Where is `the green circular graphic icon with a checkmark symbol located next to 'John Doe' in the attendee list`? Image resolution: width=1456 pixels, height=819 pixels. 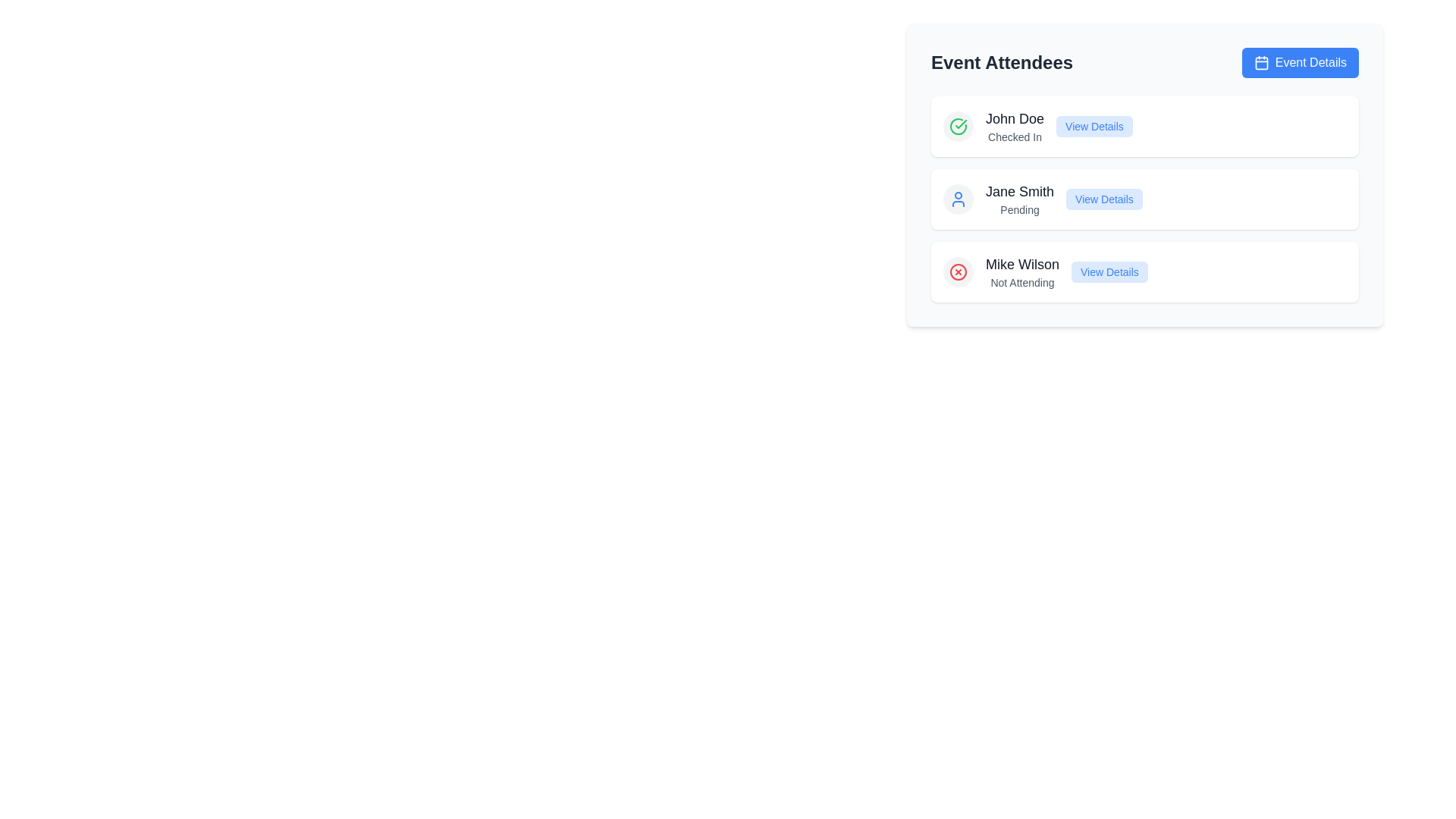 the green circular graphic icon with a checkmark symbol located next to 'John Doe' in the attendee list is located at coordinates (957, 125).